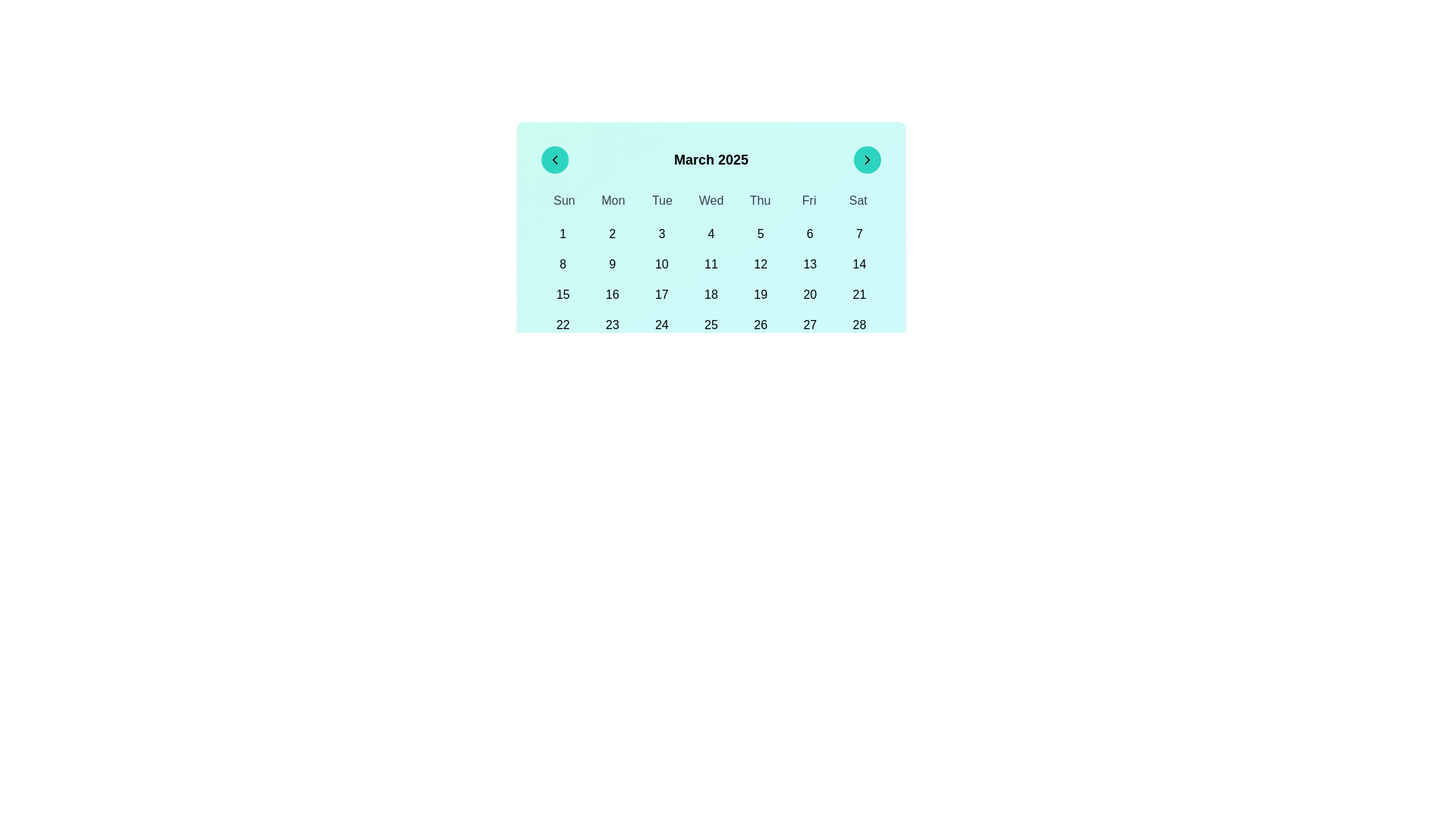 This screenshot has width=1456, height=819. What do you see at coordinates (867, 160) in the screenshot?
I see `the right-chevron arrow icon` at bounding box center [867, 160].